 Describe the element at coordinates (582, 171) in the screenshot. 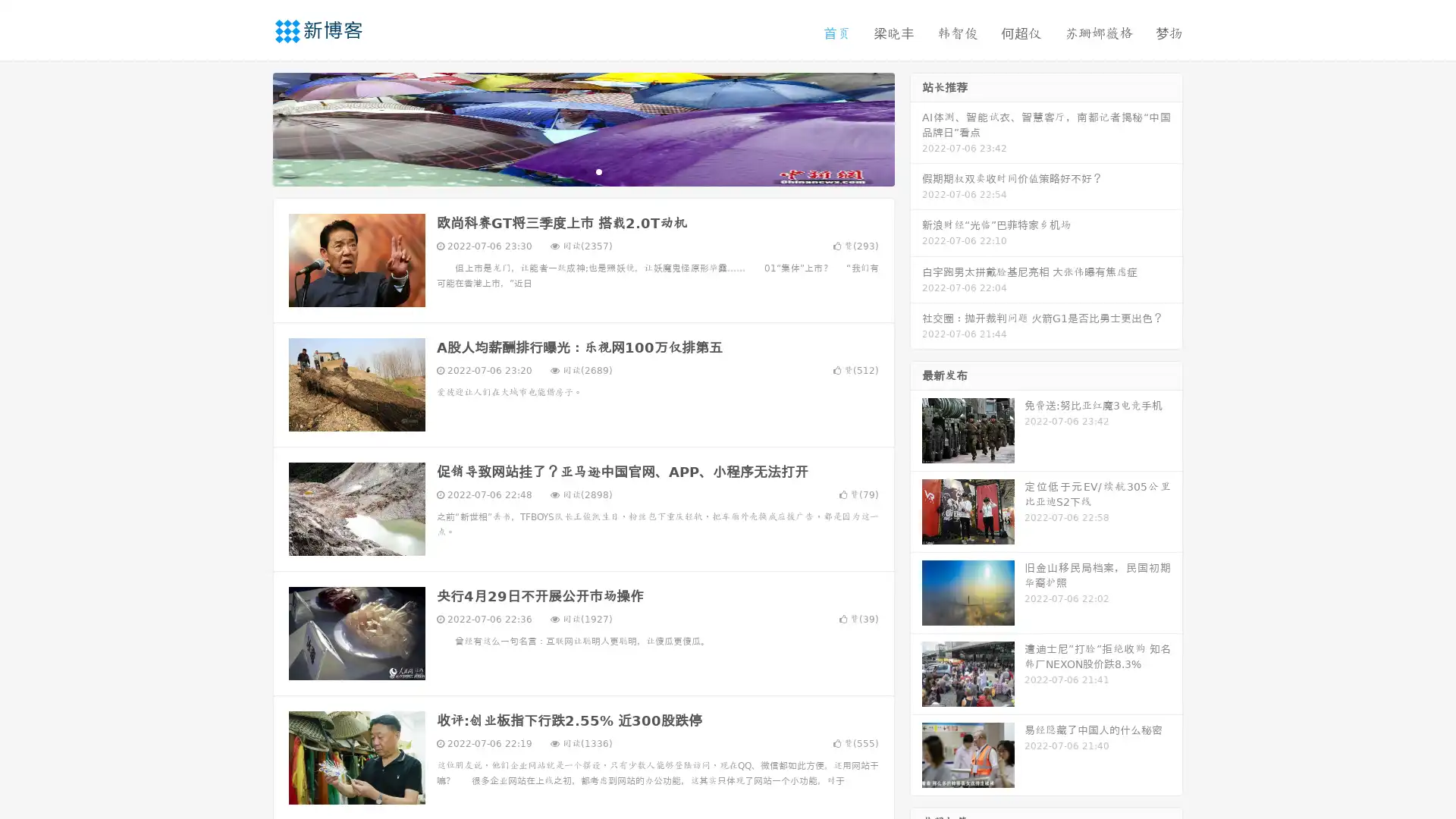

I see `Go to slide 2` at that location.